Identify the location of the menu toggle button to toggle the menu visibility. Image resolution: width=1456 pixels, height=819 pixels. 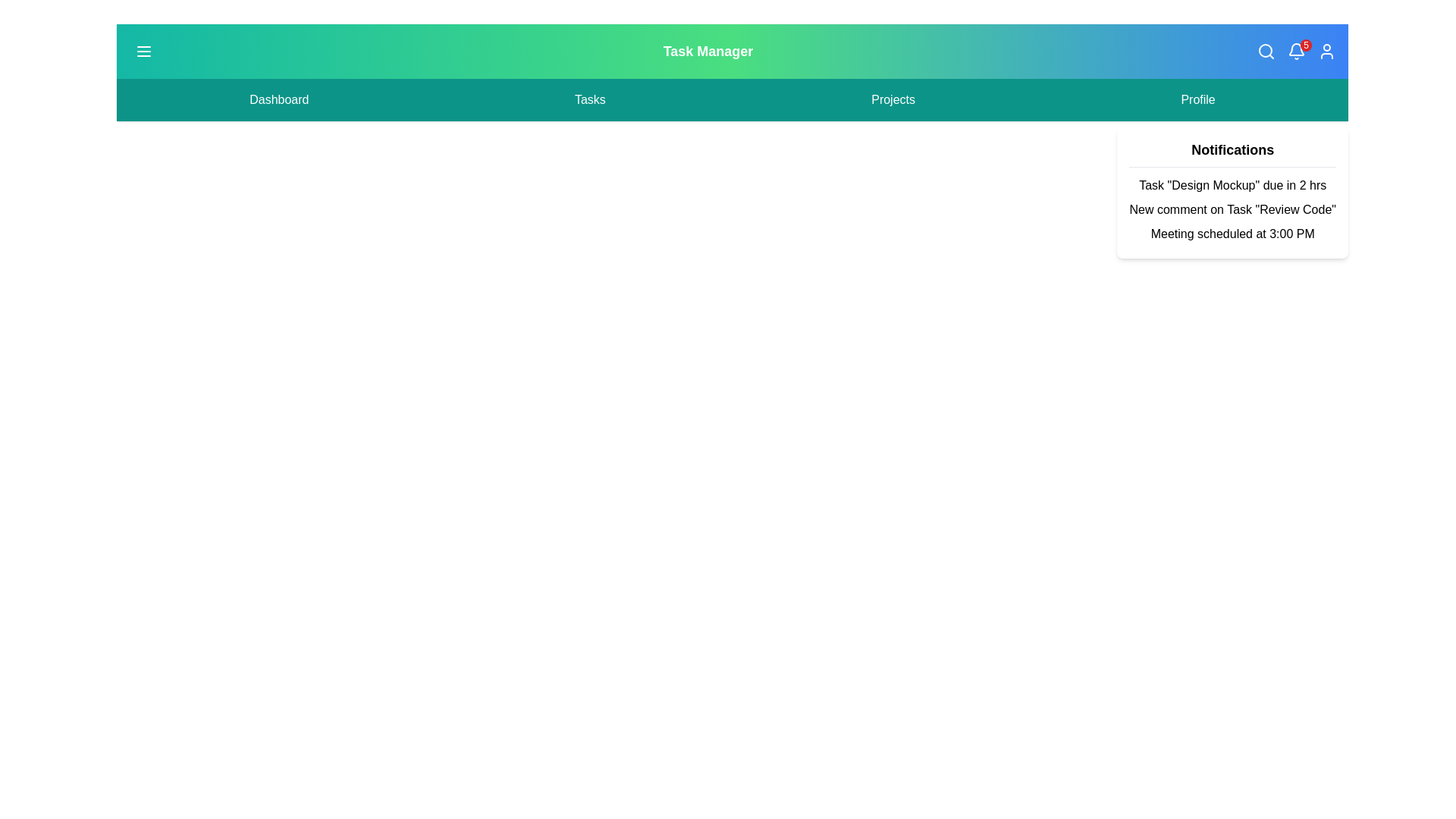
(144, 51).